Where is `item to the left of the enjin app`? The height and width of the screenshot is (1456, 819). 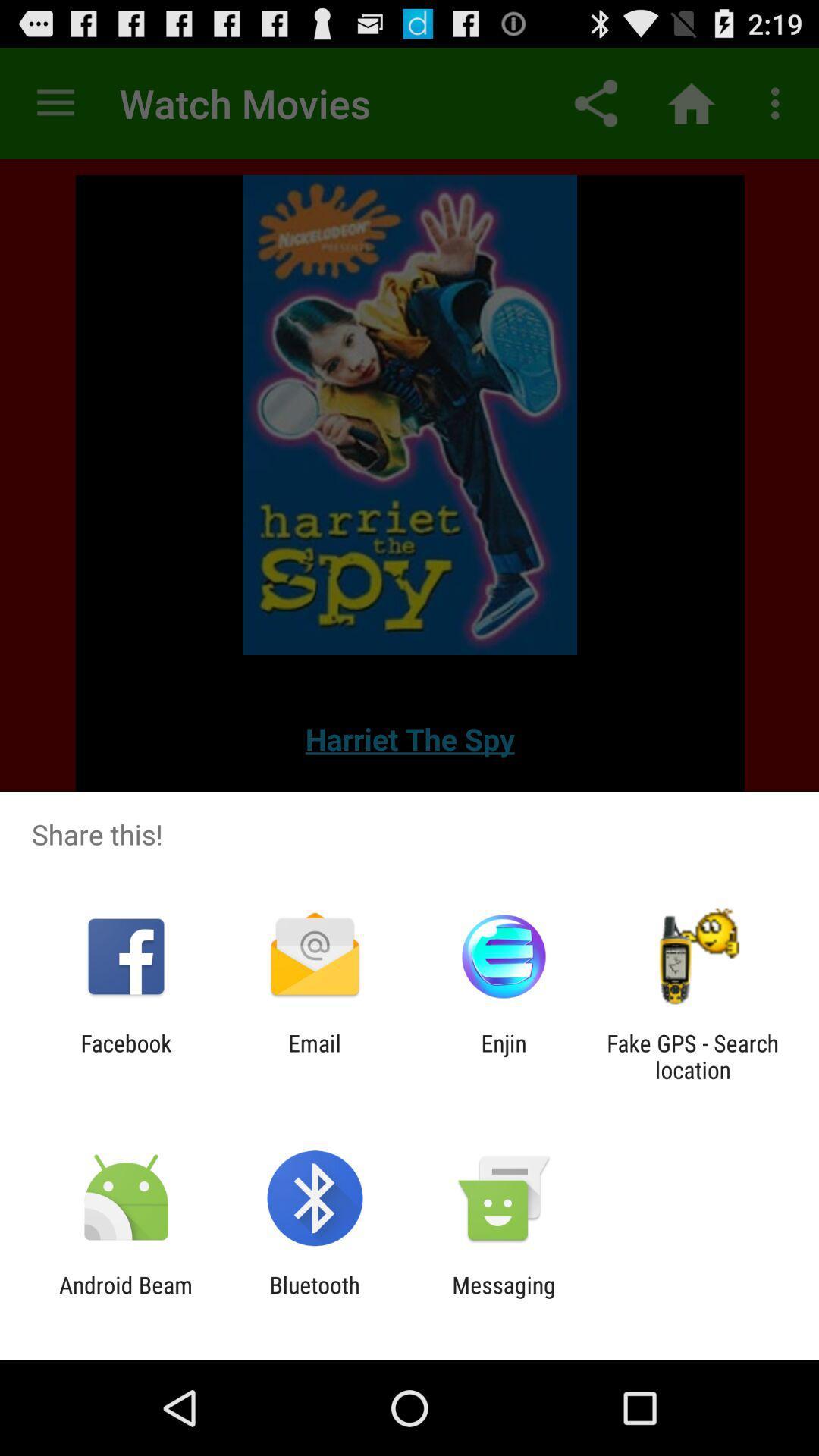 item to the left of the enjin app is located at coordinates (314, 1056).